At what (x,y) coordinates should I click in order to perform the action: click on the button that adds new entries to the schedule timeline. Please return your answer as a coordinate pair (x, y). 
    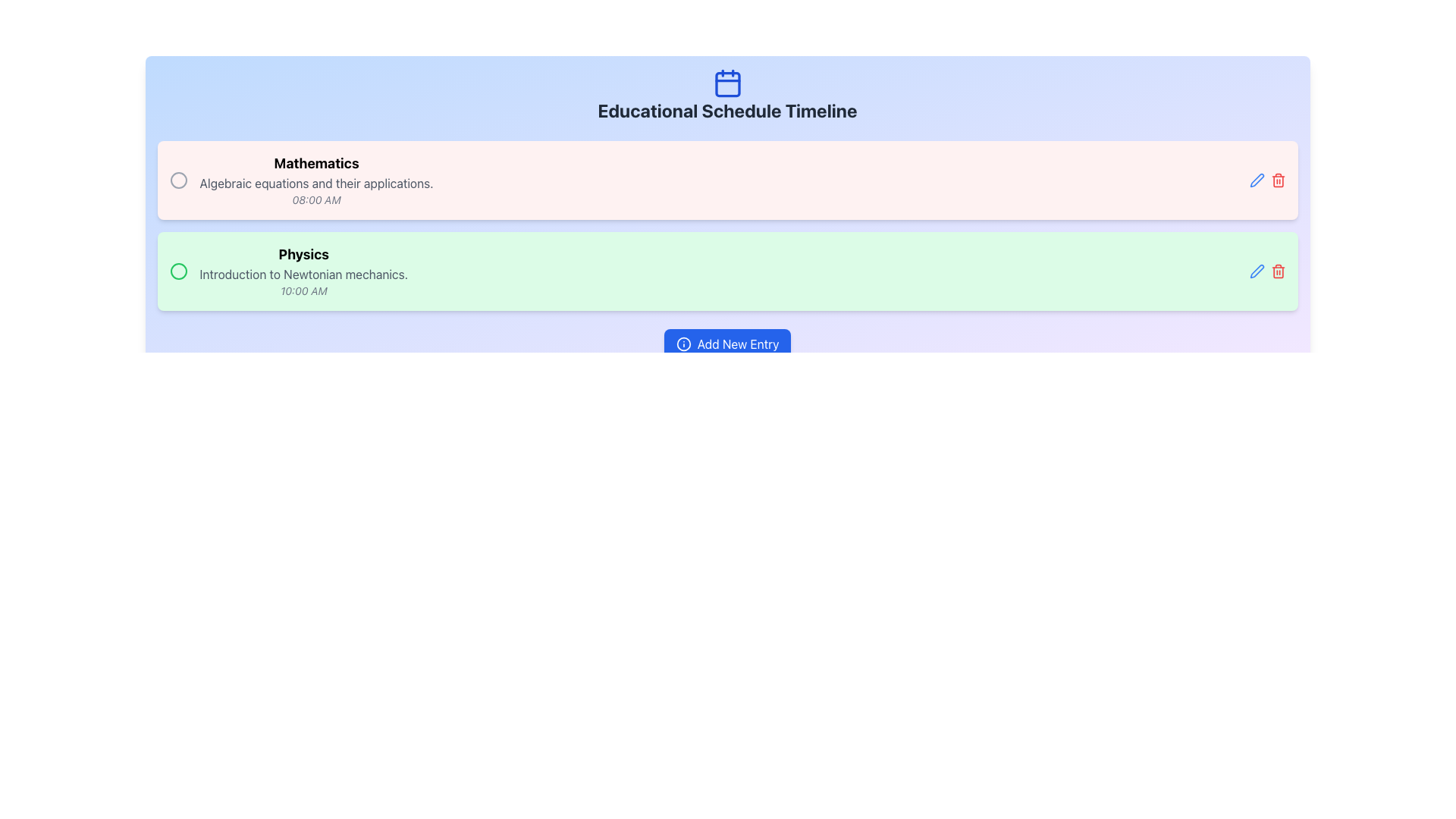
    Looking at the image, I should click on (726, 344).